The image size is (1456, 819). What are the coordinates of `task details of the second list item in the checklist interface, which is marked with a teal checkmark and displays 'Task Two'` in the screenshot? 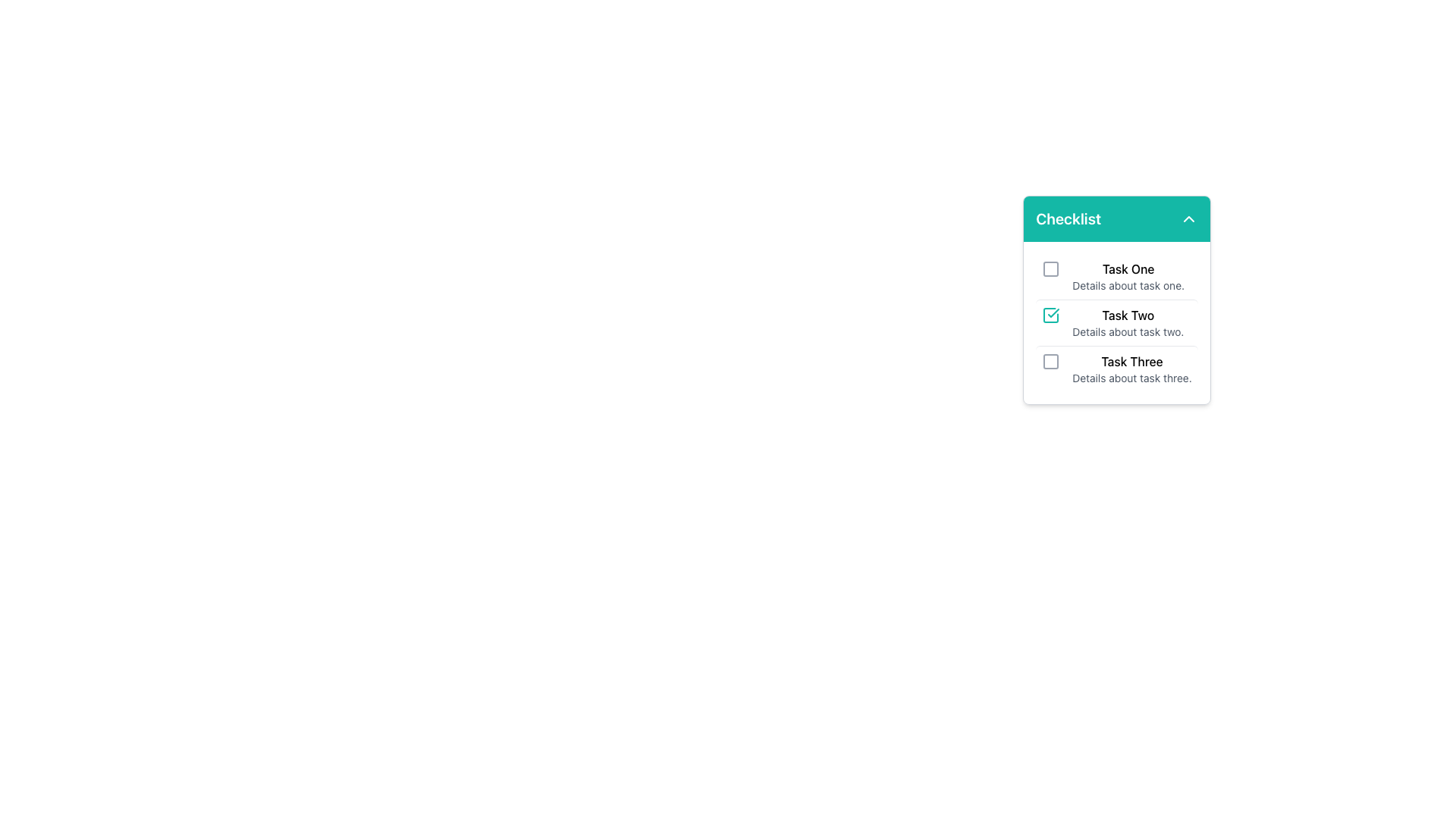 It's located at (1117, 322).